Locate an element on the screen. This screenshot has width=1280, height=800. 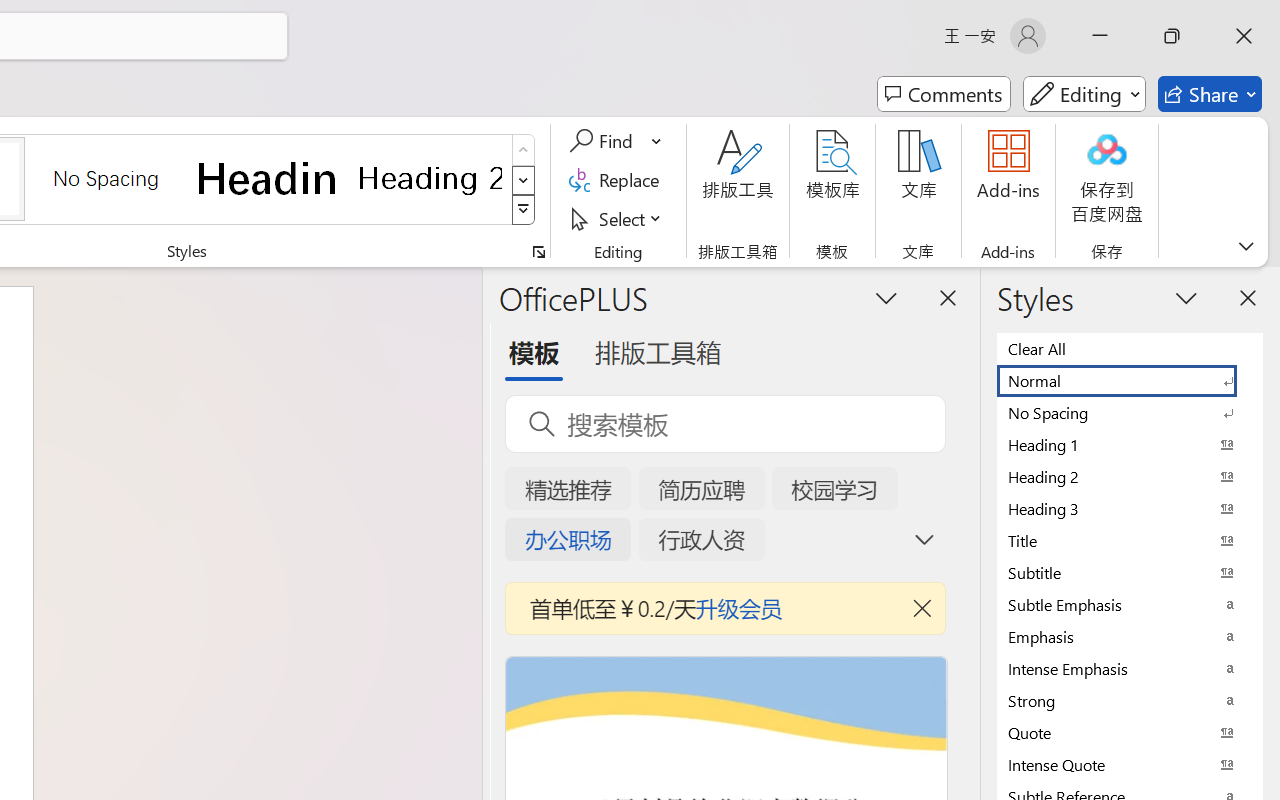
'Strong' is located at coordinates (1130, 700).